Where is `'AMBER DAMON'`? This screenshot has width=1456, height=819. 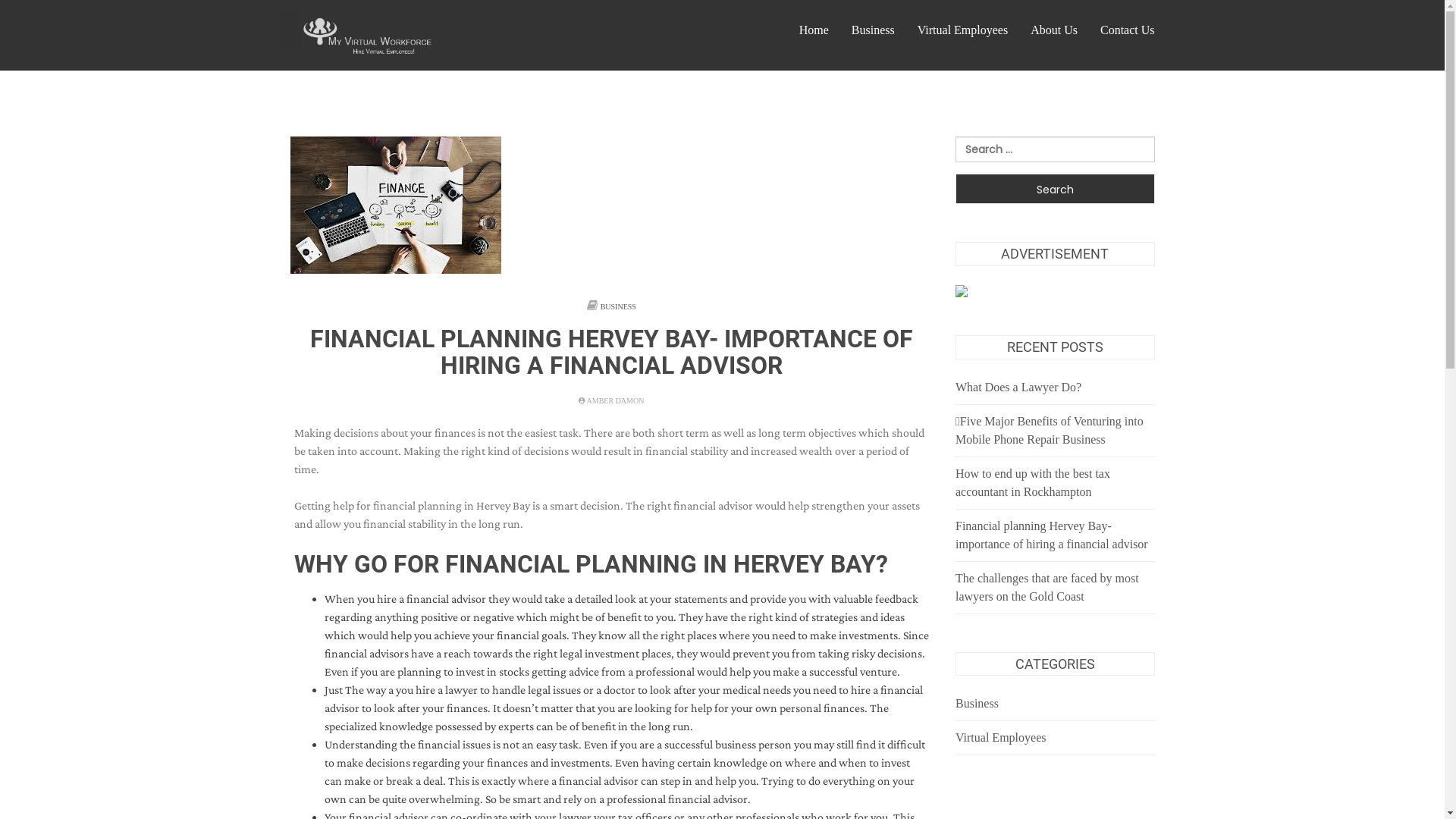
'AMBER DAMON' is located at coordinates (611, 400).